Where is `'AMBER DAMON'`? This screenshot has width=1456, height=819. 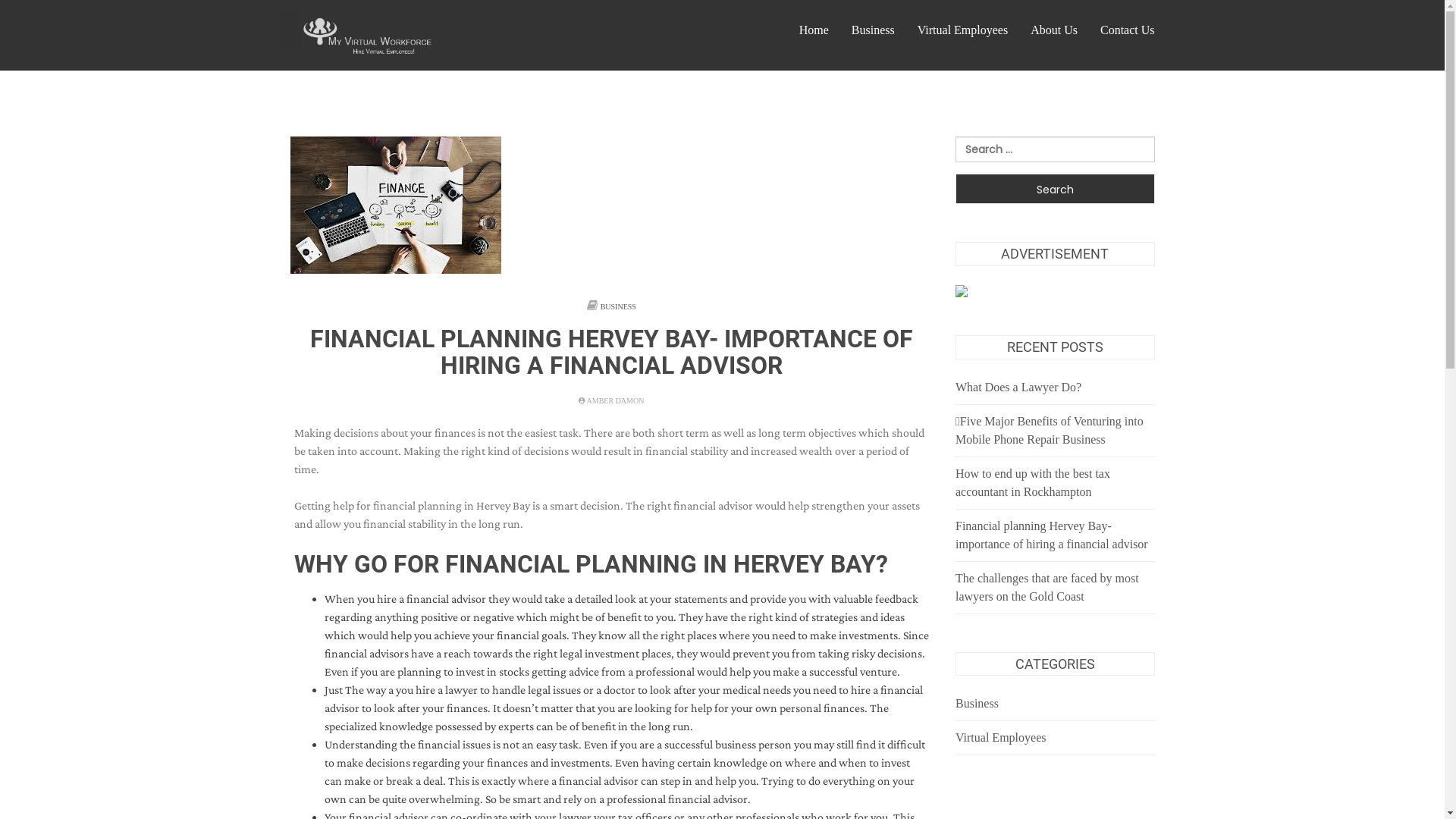
'AMBER DAMON' is located at coordinates (611, 400).